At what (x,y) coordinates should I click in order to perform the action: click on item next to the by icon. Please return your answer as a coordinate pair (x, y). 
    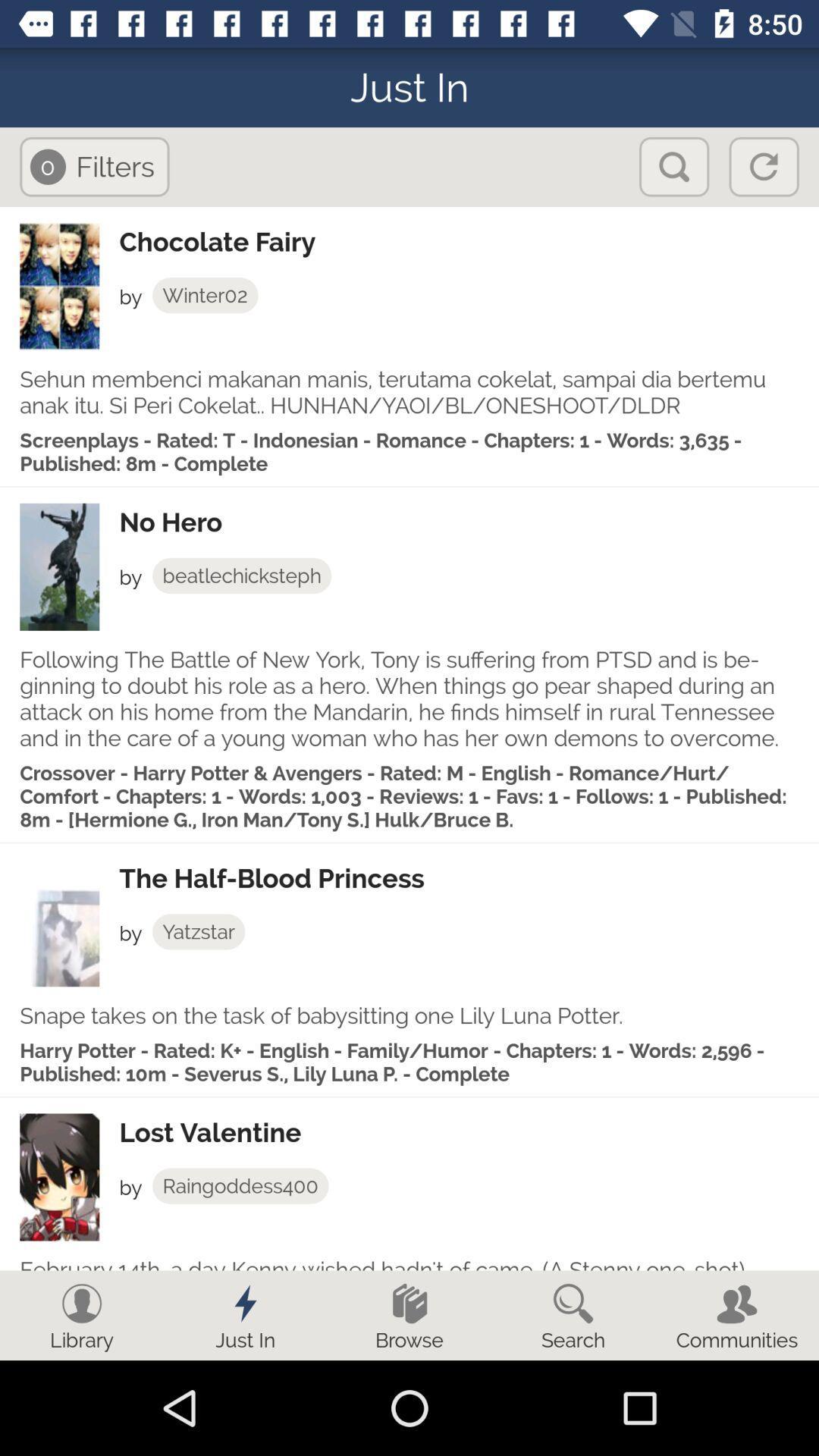
    Looking at the image, I should click on (240, 1185).